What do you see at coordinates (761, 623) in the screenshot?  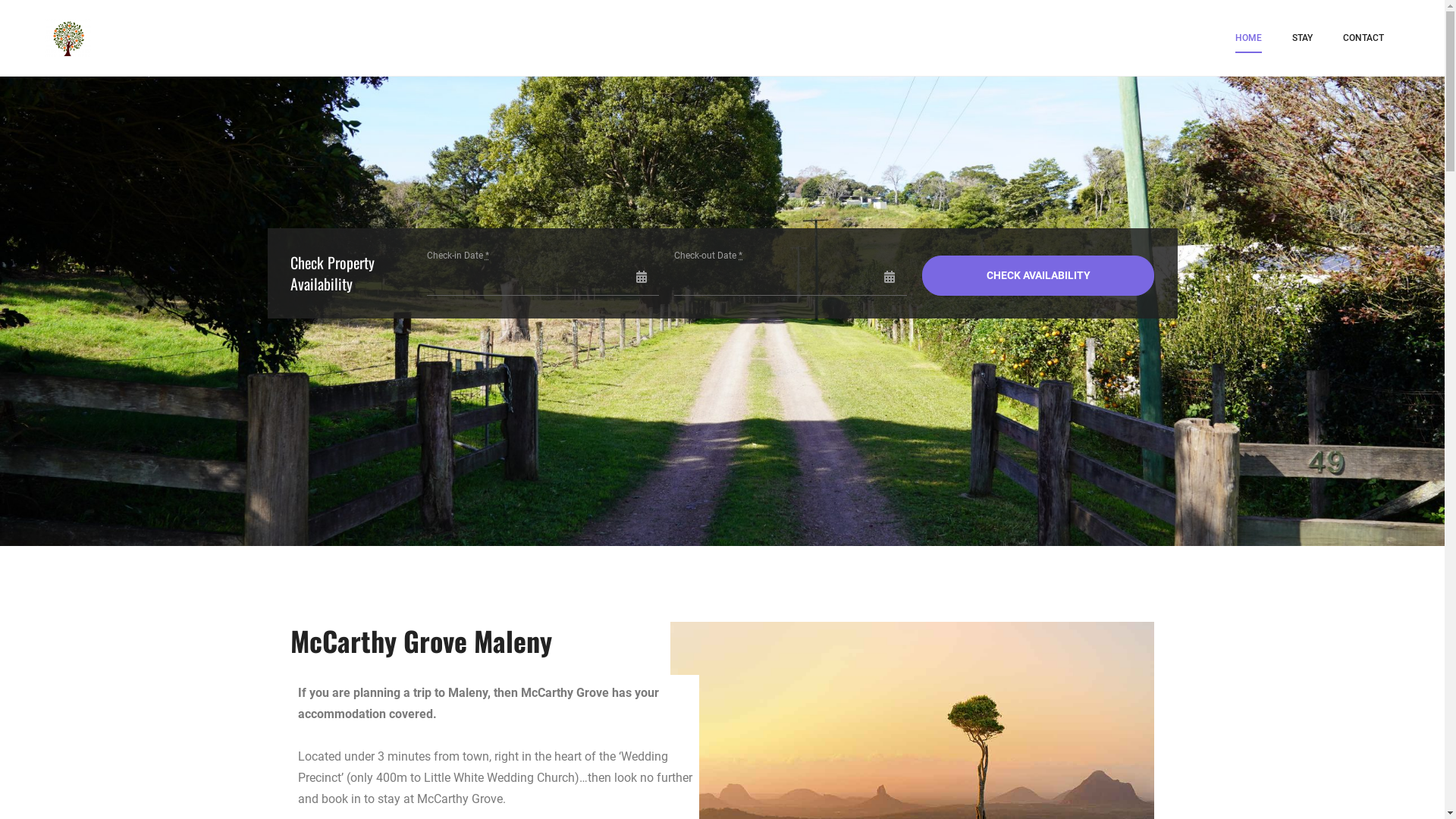 I see `'Tripadvisor'` at bounding box center [761, 623].